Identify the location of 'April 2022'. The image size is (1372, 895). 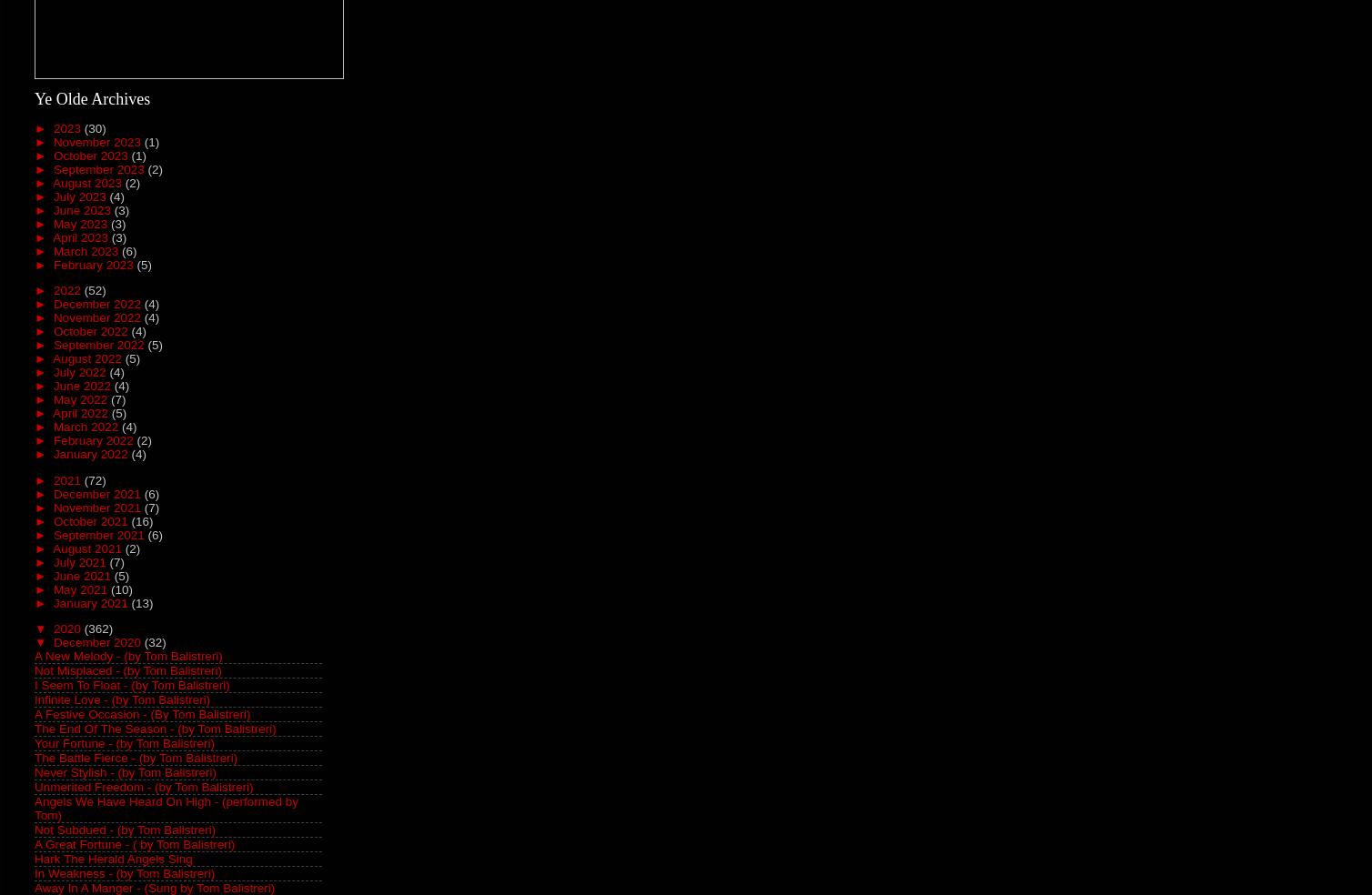
(82, 413).